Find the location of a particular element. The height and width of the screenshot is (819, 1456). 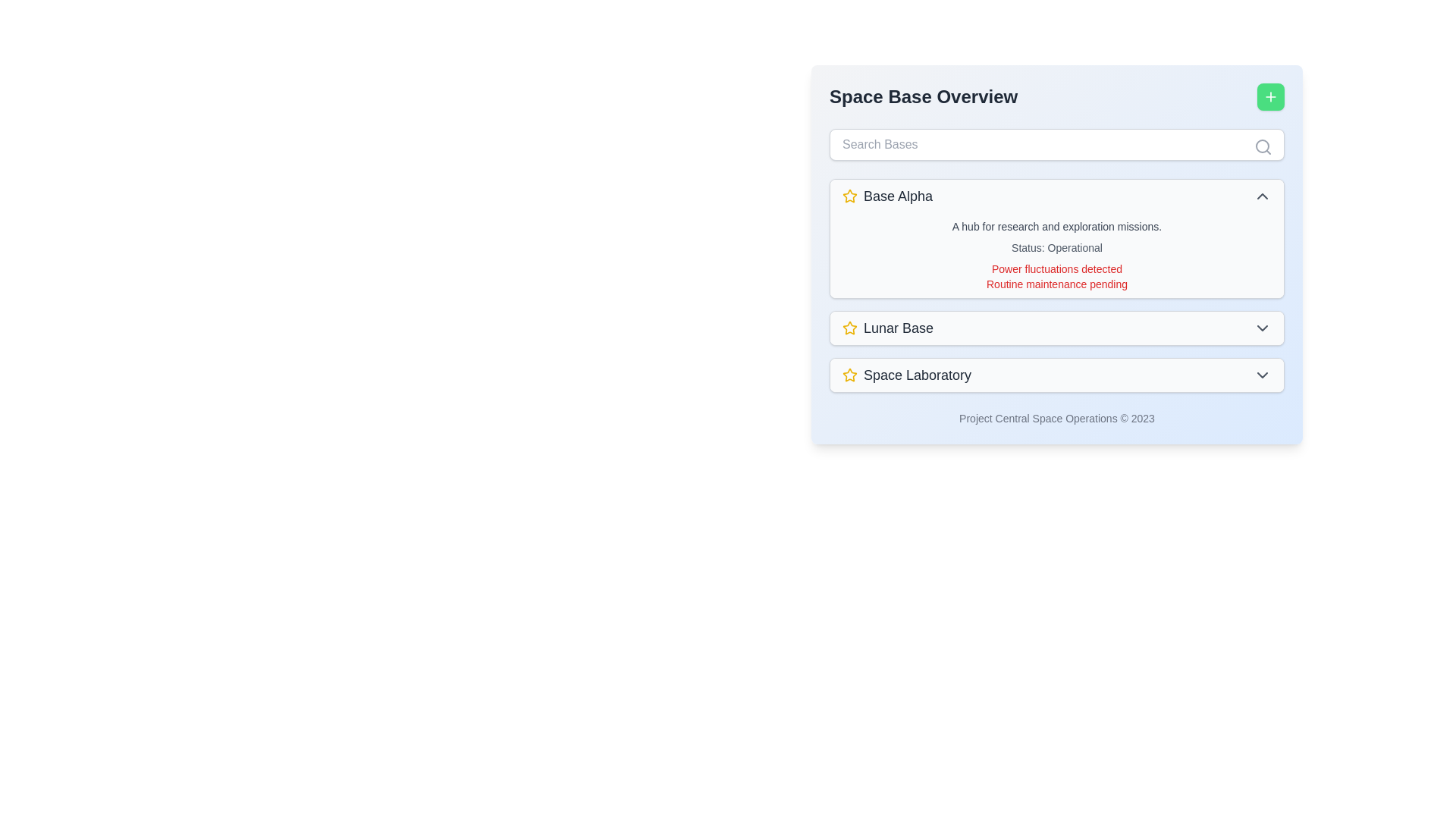

the 'Space Base Overview' text label, which is a bold and large header displayed in dark gray at the top of the interface is located at coordinates (923, 96).